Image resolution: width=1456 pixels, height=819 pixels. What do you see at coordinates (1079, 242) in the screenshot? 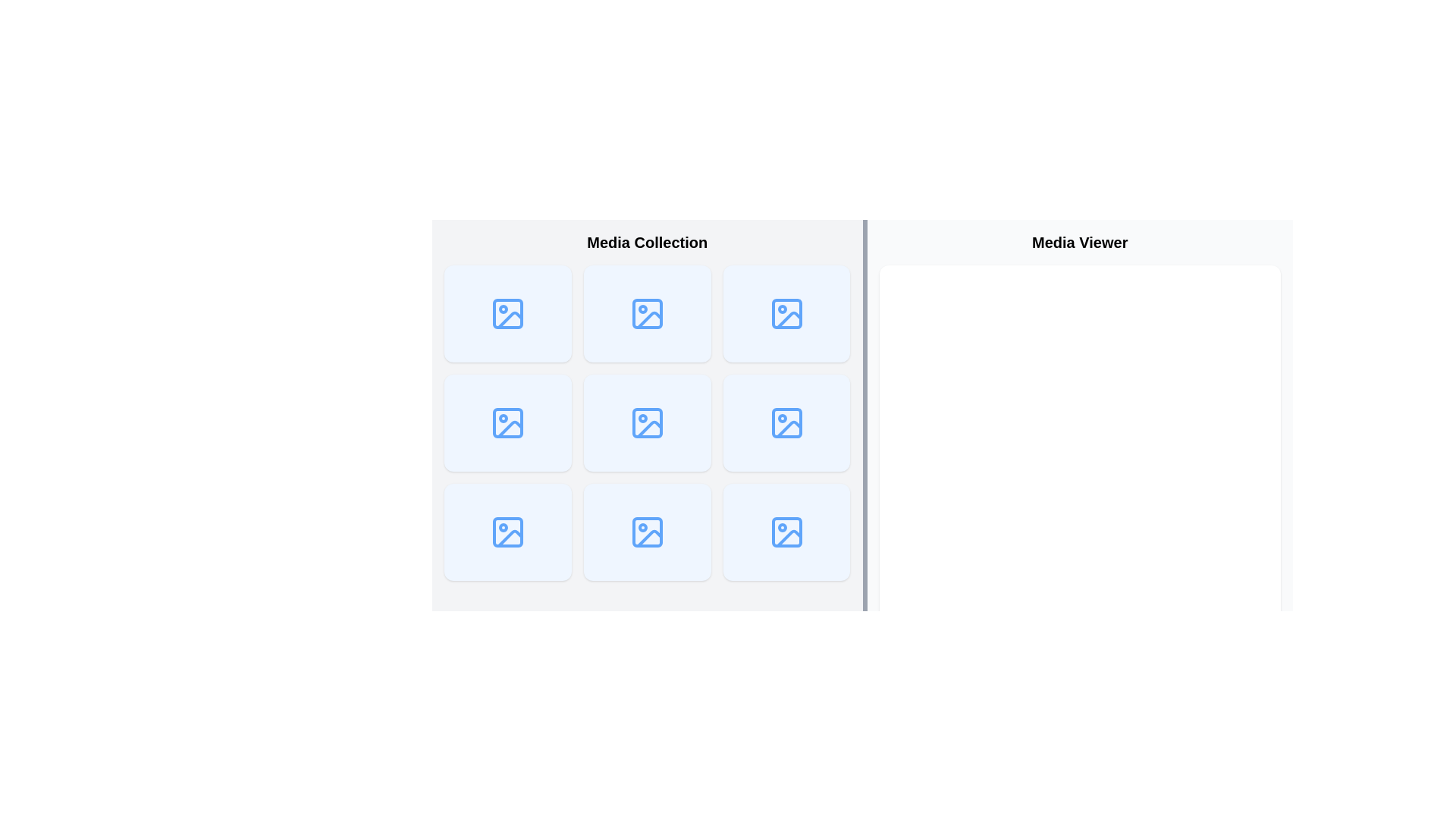
I see `the 'Media Viewer' heading, which is displayed in bold, large black font at the top of the right-hand section of the interface` at bounding box center [1079, 242].